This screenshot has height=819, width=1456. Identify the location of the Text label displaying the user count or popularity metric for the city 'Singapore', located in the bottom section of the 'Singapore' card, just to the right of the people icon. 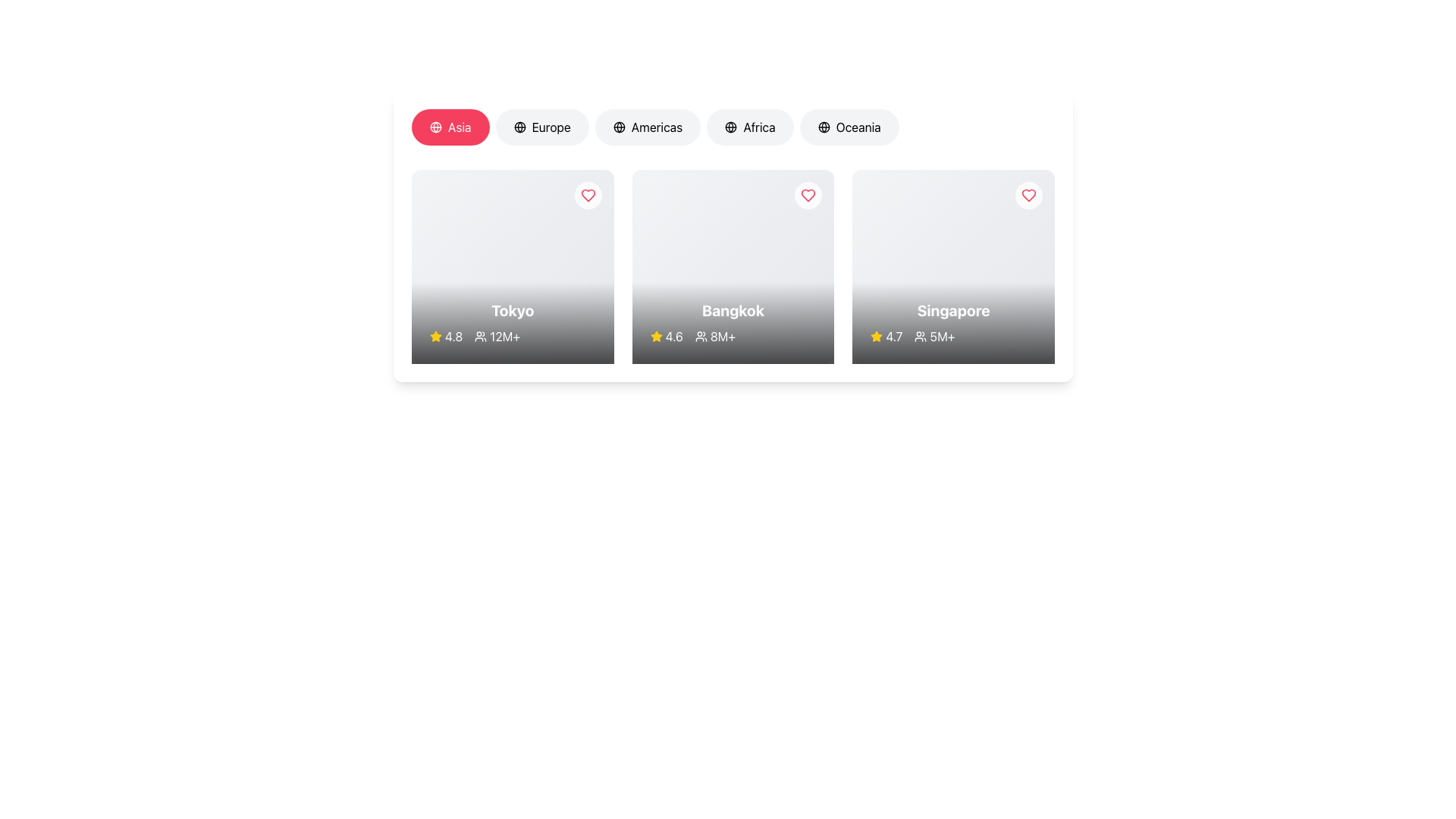
(942, 335).